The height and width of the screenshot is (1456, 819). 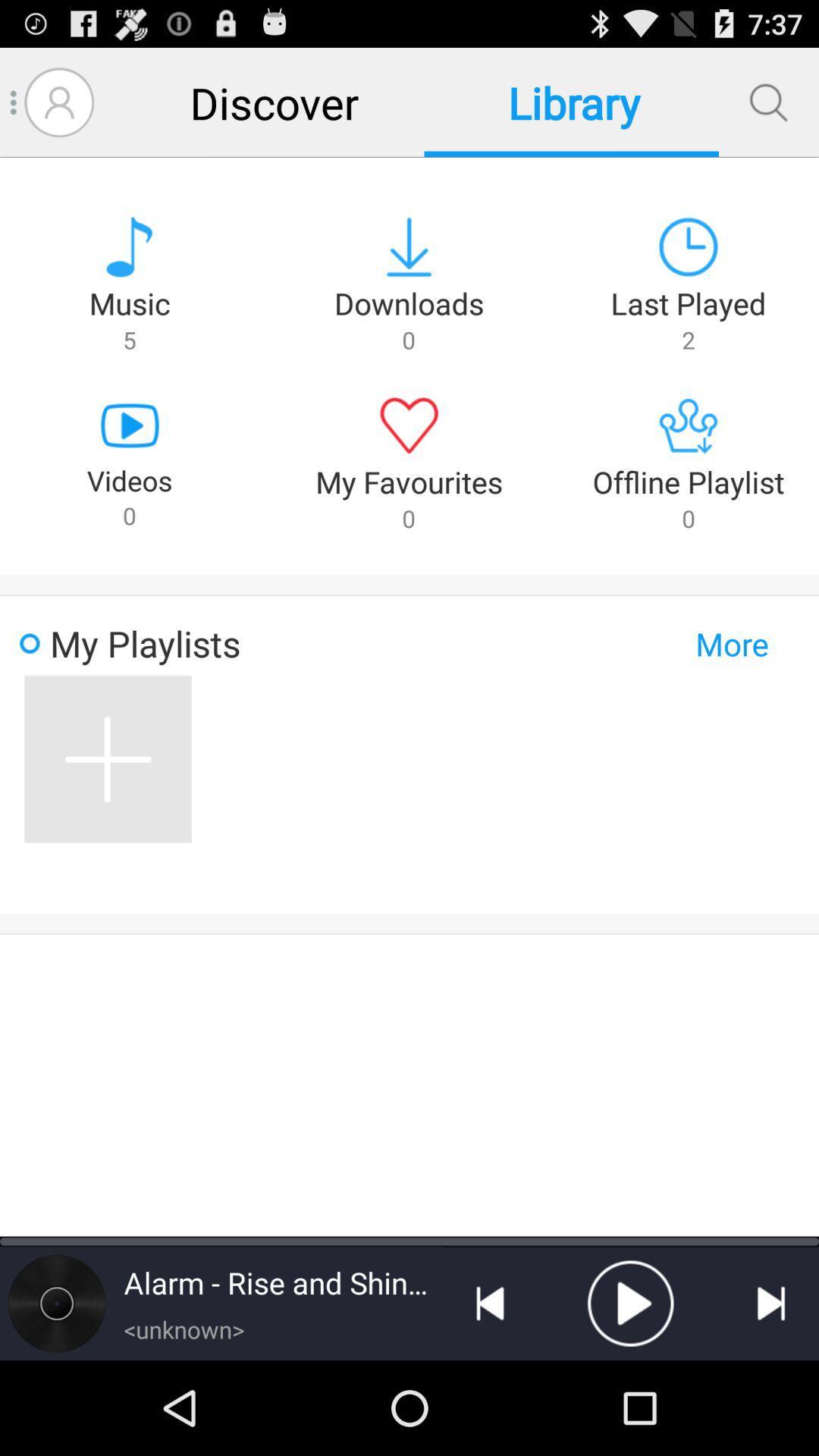 What do you see at coordinates (14, 102) in the screenshot?
I see `open menu` at bounding box center [14, 102].